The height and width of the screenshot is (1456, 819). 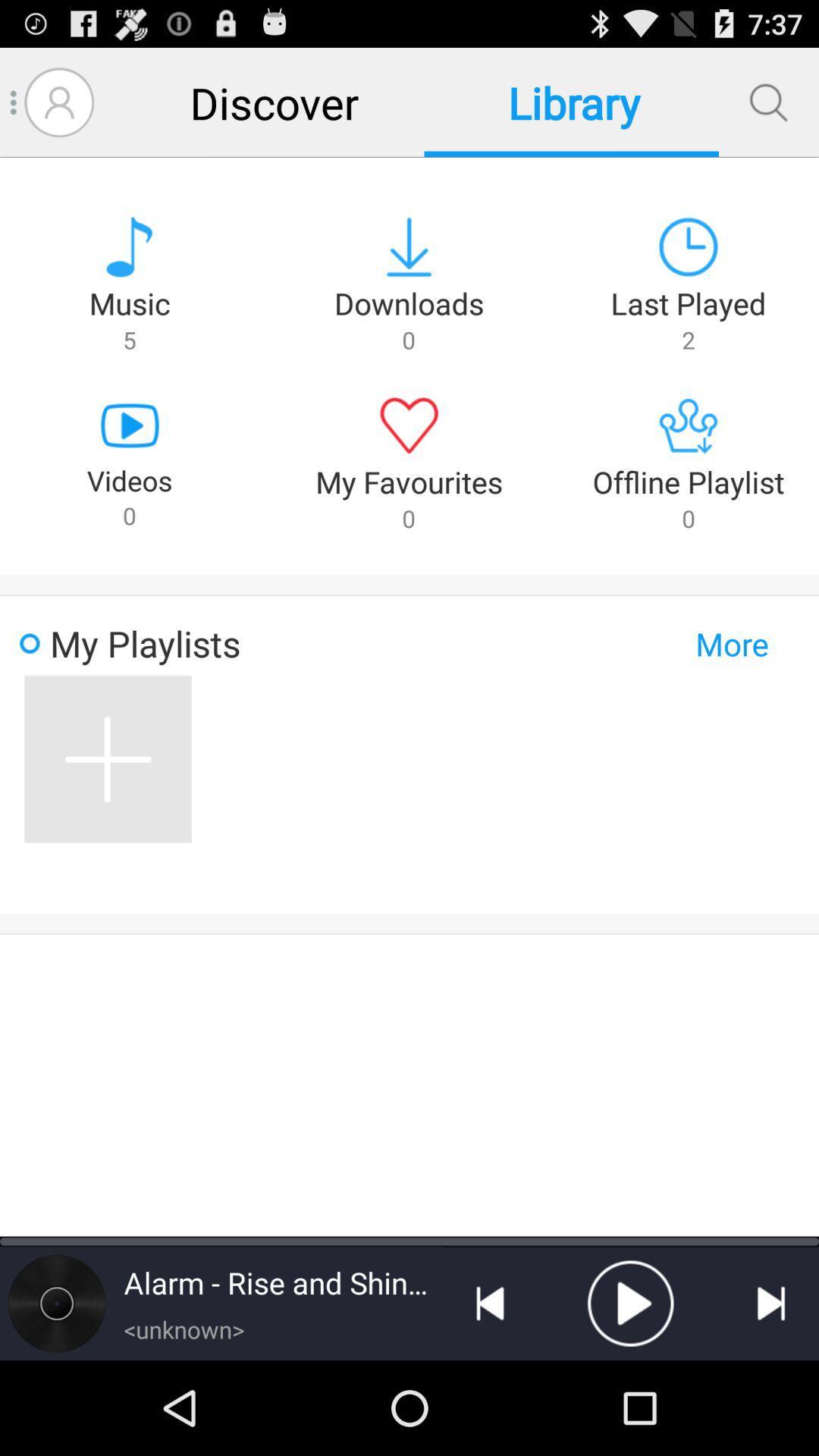 What do you see at coordinates (14, 102) in the screenshot?
I see `open menu` at bounding box center [14, 102].